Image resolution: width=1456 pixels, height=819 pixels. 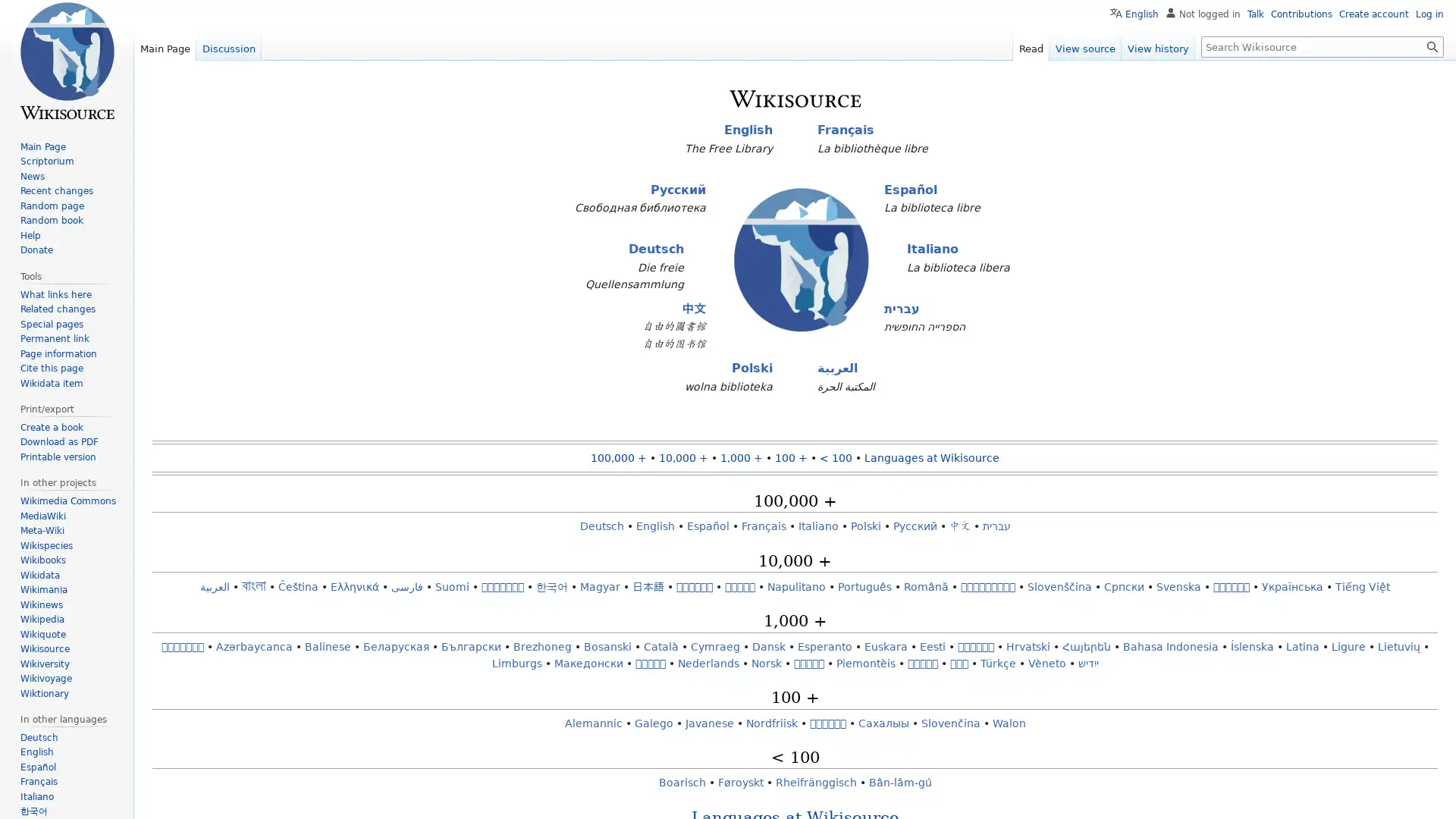 I want to click on Search, so click(x=1432, y=45).